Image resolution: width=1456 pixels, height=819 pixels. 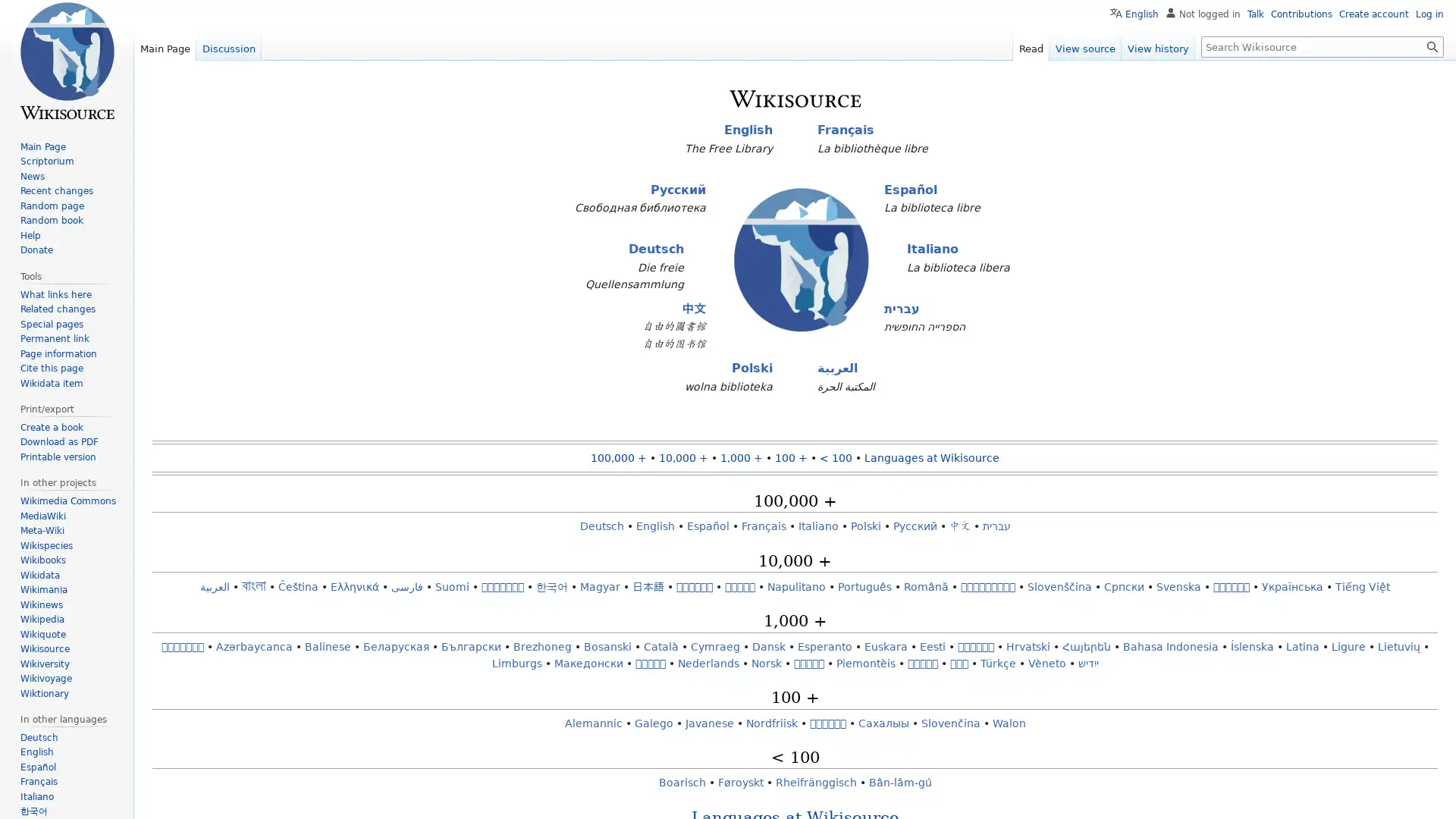 I want to click on Search, so click(x=1432, y=45).